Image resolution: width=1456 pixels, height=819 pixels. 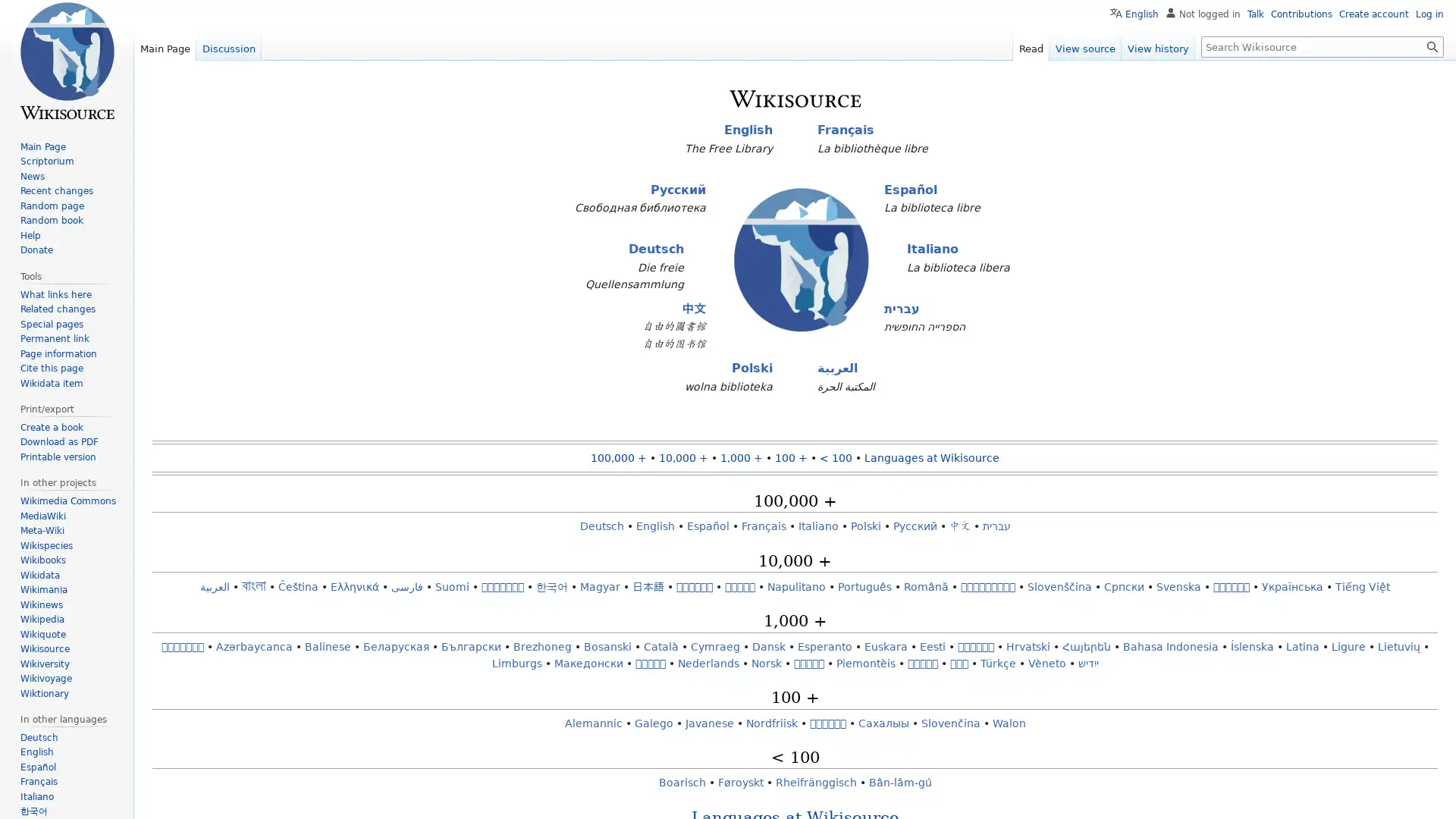 I want to click on Search, so click(x=1432, y=45).